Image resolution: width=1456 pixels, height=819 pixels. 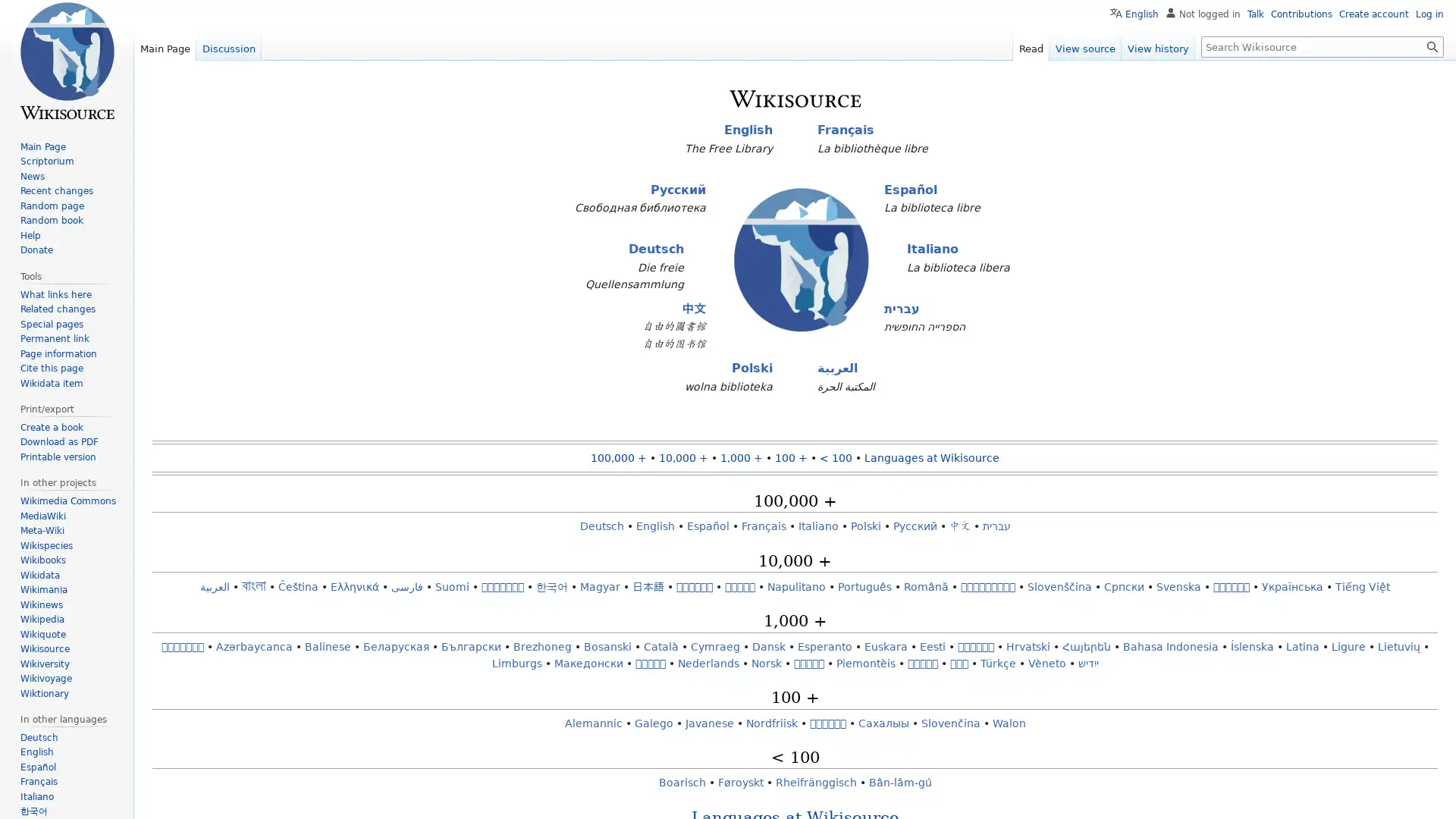 I want to click on Search, so click(x=1432, y=45).